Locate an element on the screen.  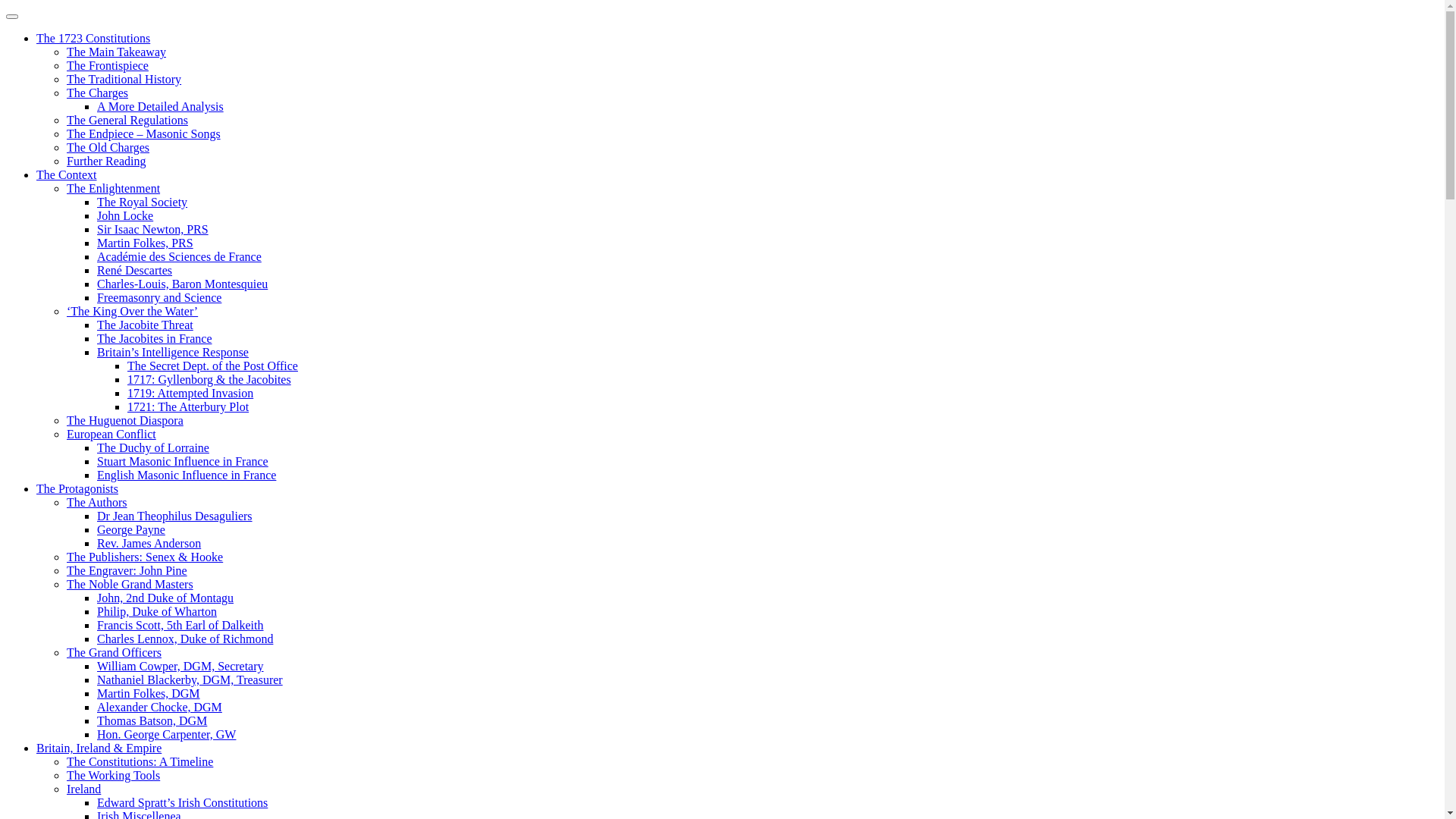
'The Noble Grand Masters' is located at coordinates (130, 583).